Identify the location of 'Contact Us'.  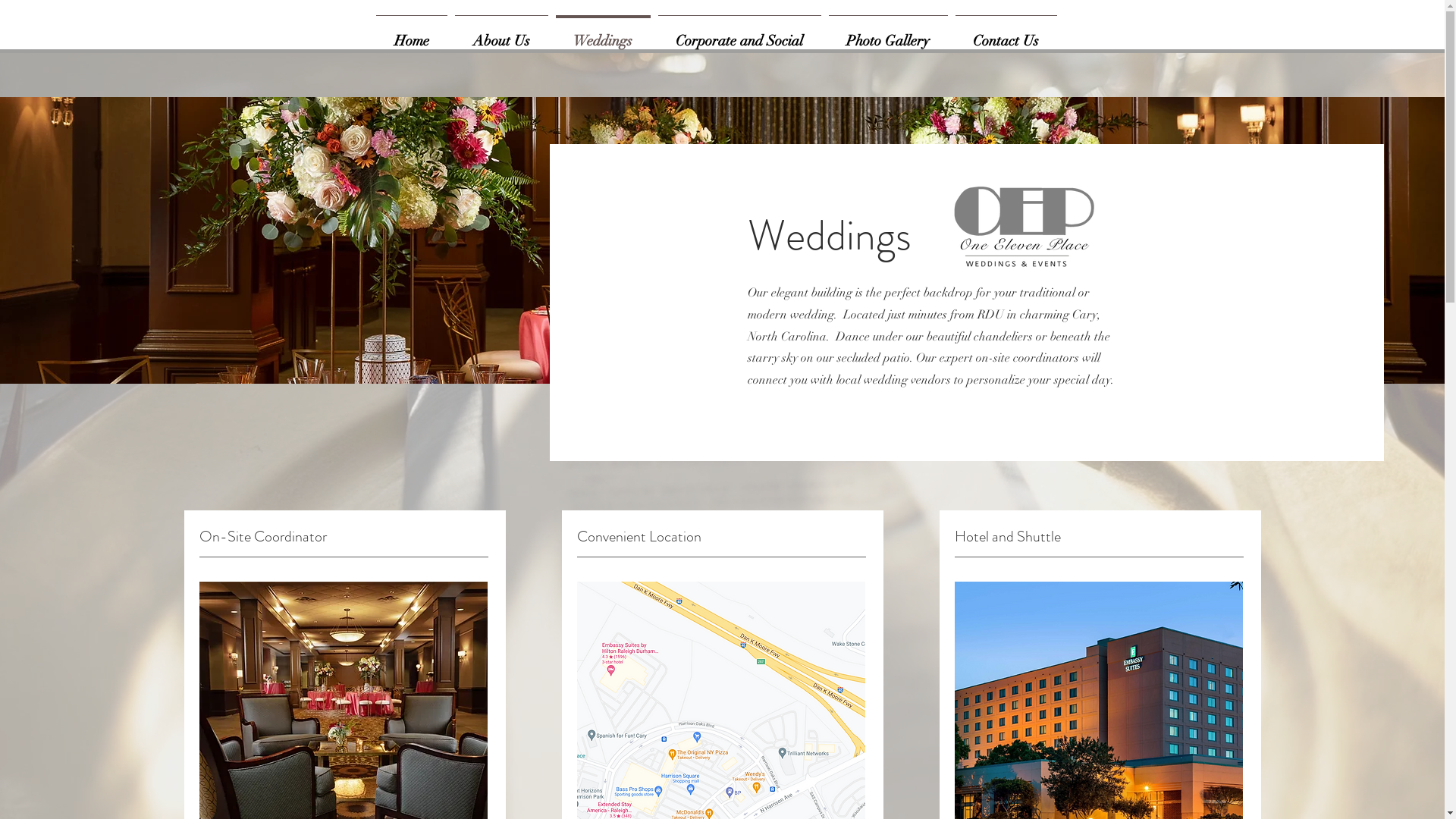
(949, 34).